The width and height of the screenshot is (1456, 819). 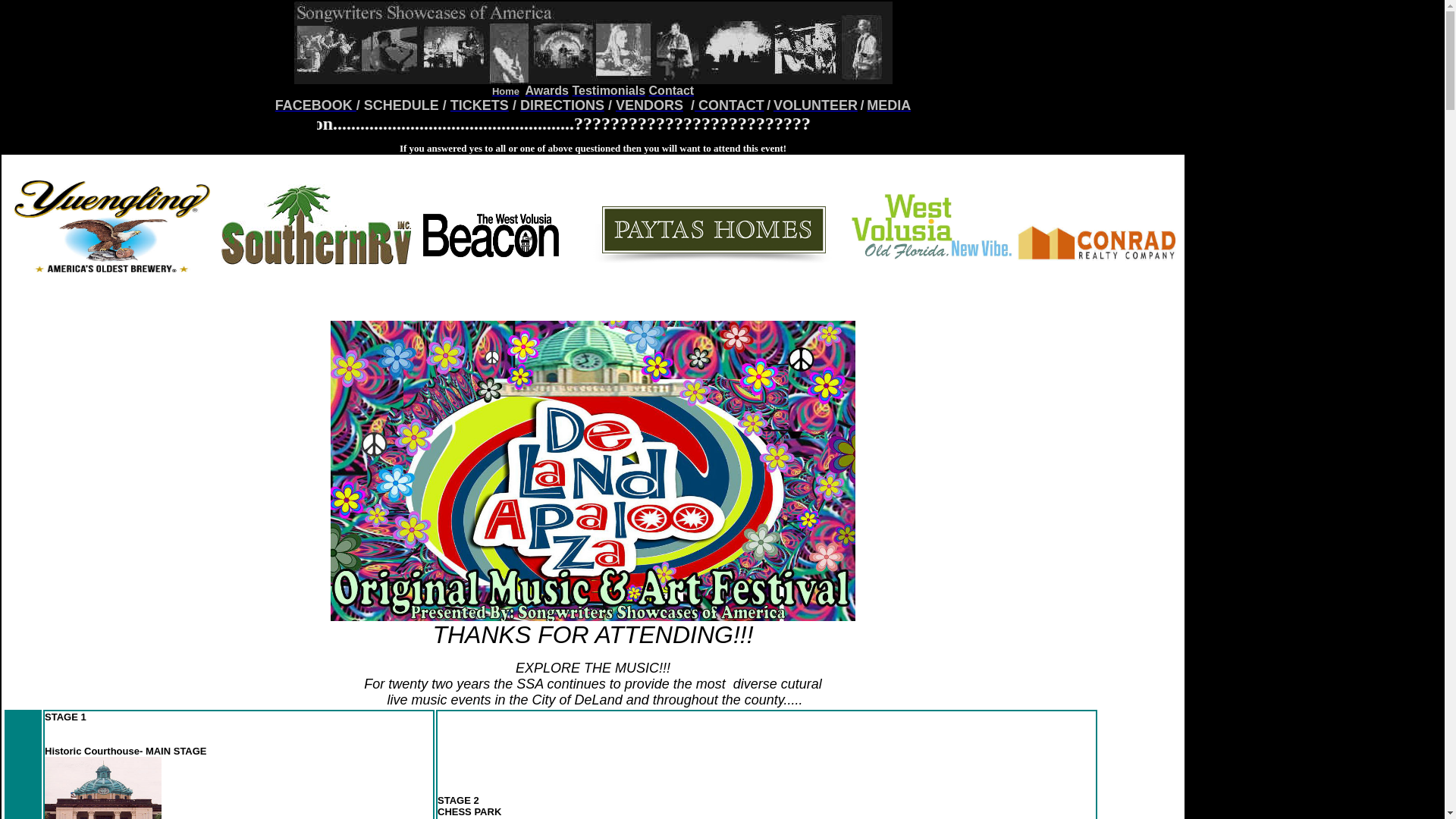 I want to click on 'VOLUNTEER', so click(x=814, y=104).